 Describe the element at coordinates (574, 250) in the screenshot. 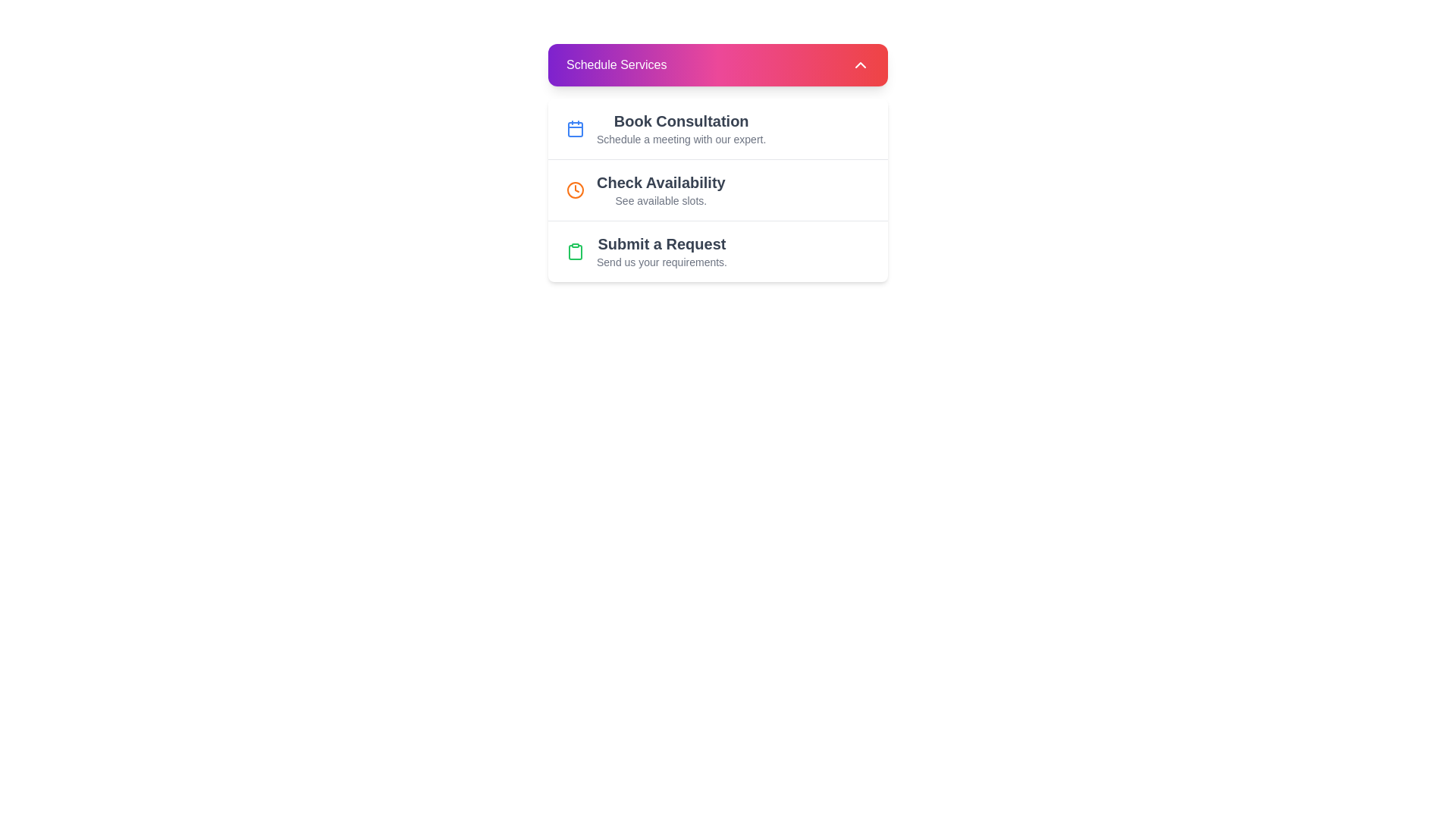

I see `the 'Submit a Request' icon located to the left of the 'Submit a Request' text in the 'Schedule Services' dropdown` at that location.